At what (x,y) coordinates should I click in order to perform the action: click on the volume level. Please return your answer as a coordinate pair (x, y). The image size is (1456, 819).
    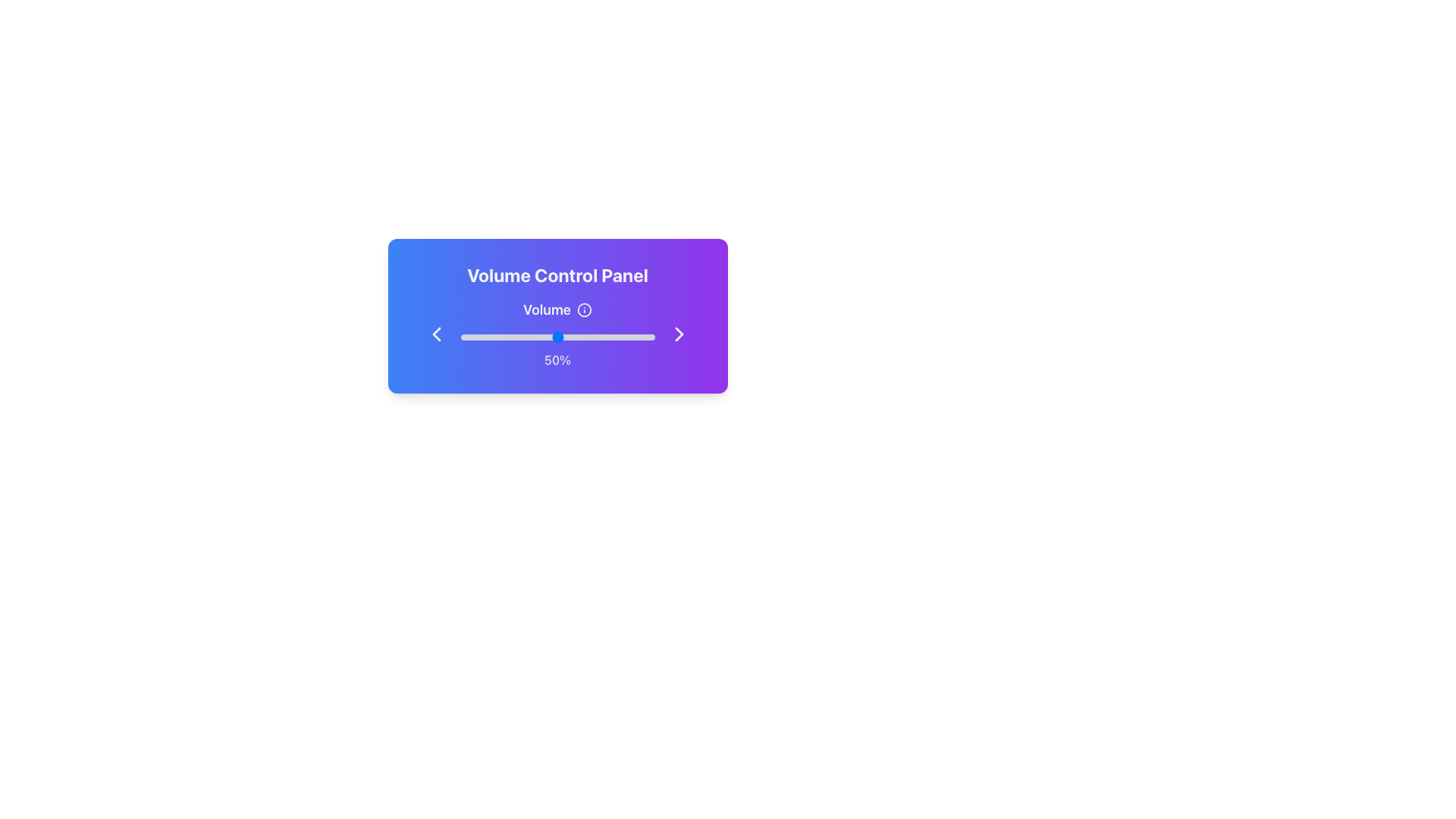
    Looking at the image, I should click on (547, 336).